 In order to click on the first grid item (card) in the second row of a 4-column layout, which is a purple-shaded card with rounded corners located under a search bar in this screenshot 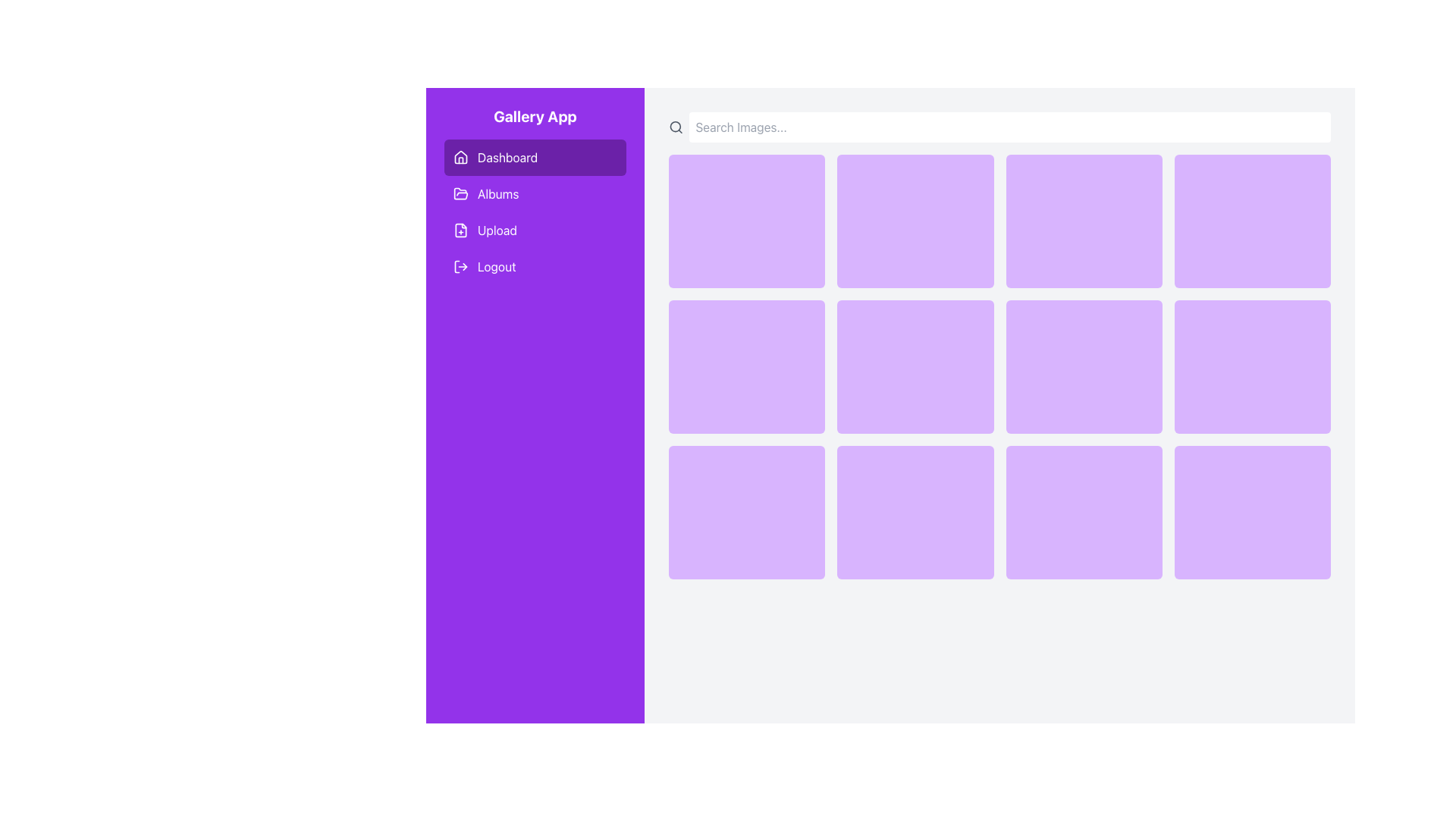, I will do `click(747, 366)`.